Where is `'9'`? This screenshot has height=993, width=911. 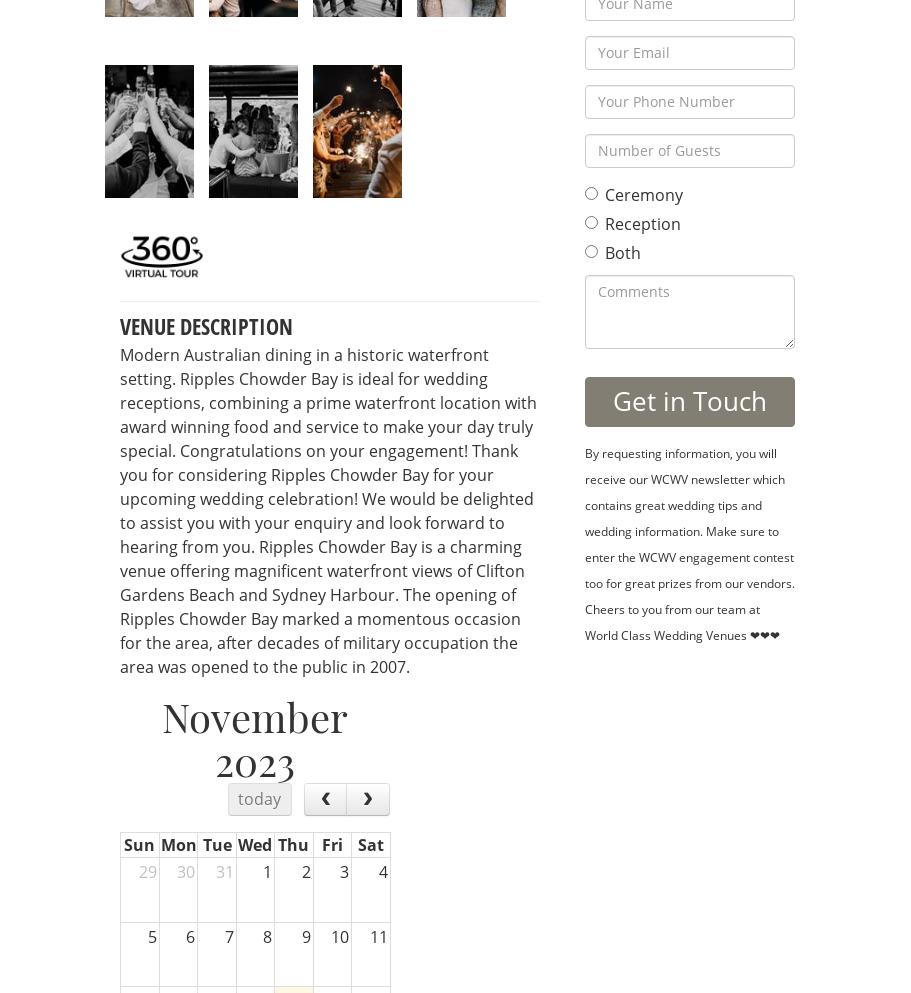
'9' is located at coordinates (305, 935).